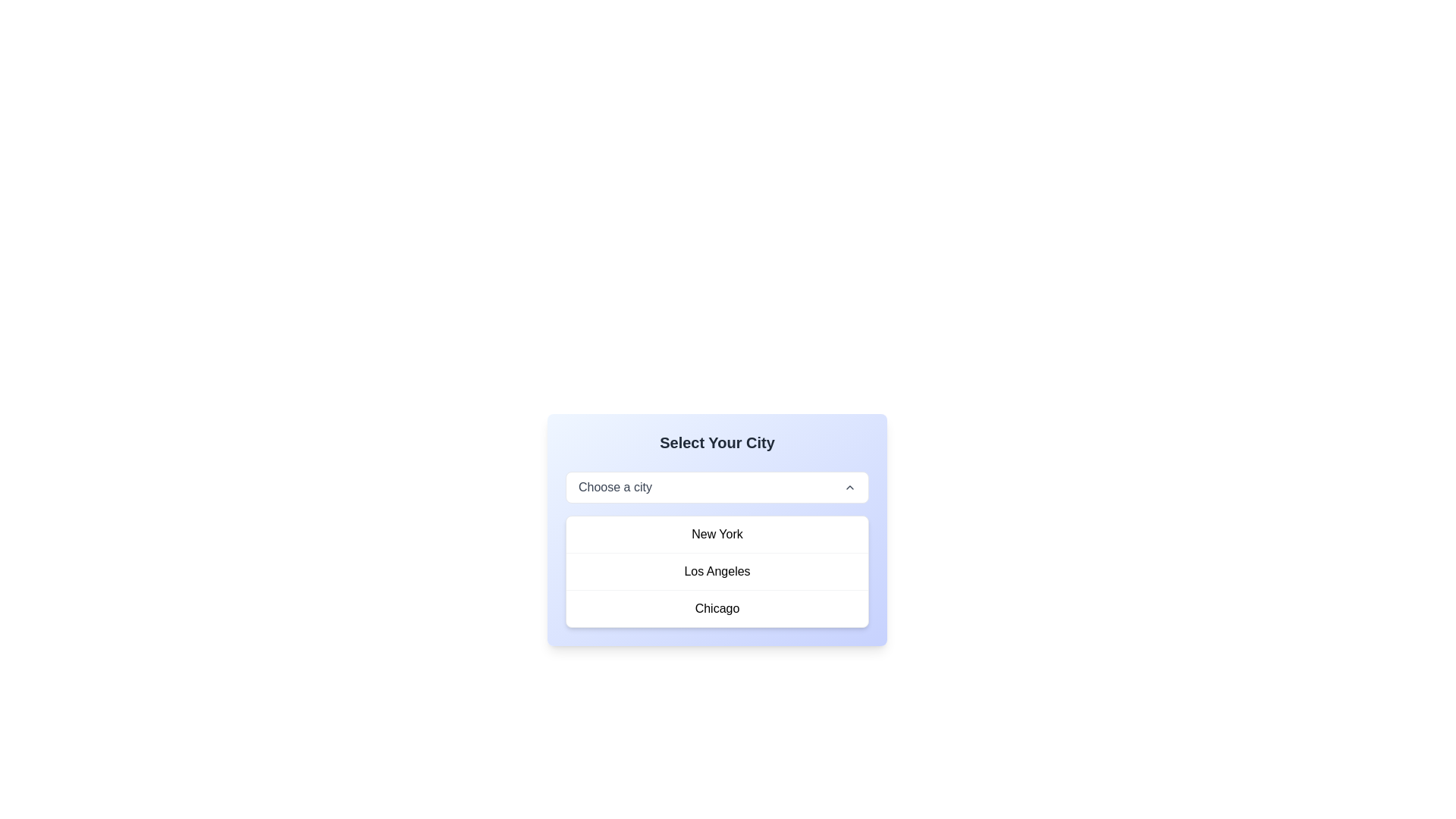 This screenshot has height=819, width=1456. Describe the element at coordinates (716, 607) in the screenshot. I see `the list item labeled 'Chicago' within the dropdown menu` at that location.